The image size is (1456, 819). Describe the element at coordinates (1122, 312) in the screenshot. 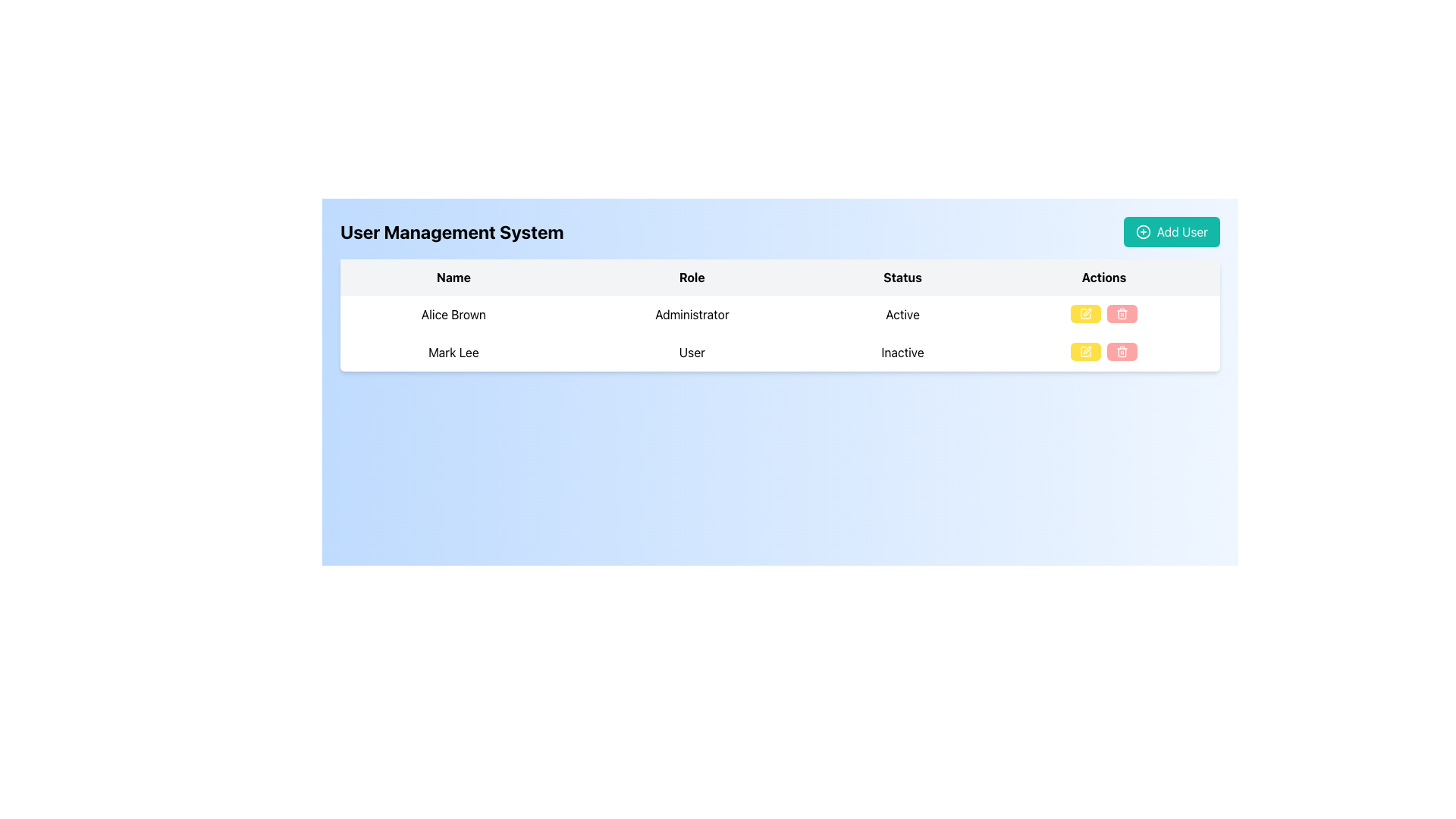

I see `the delete button represented by a trash can icon, located in the Actions column of the row for user Alice Brown` at that location.